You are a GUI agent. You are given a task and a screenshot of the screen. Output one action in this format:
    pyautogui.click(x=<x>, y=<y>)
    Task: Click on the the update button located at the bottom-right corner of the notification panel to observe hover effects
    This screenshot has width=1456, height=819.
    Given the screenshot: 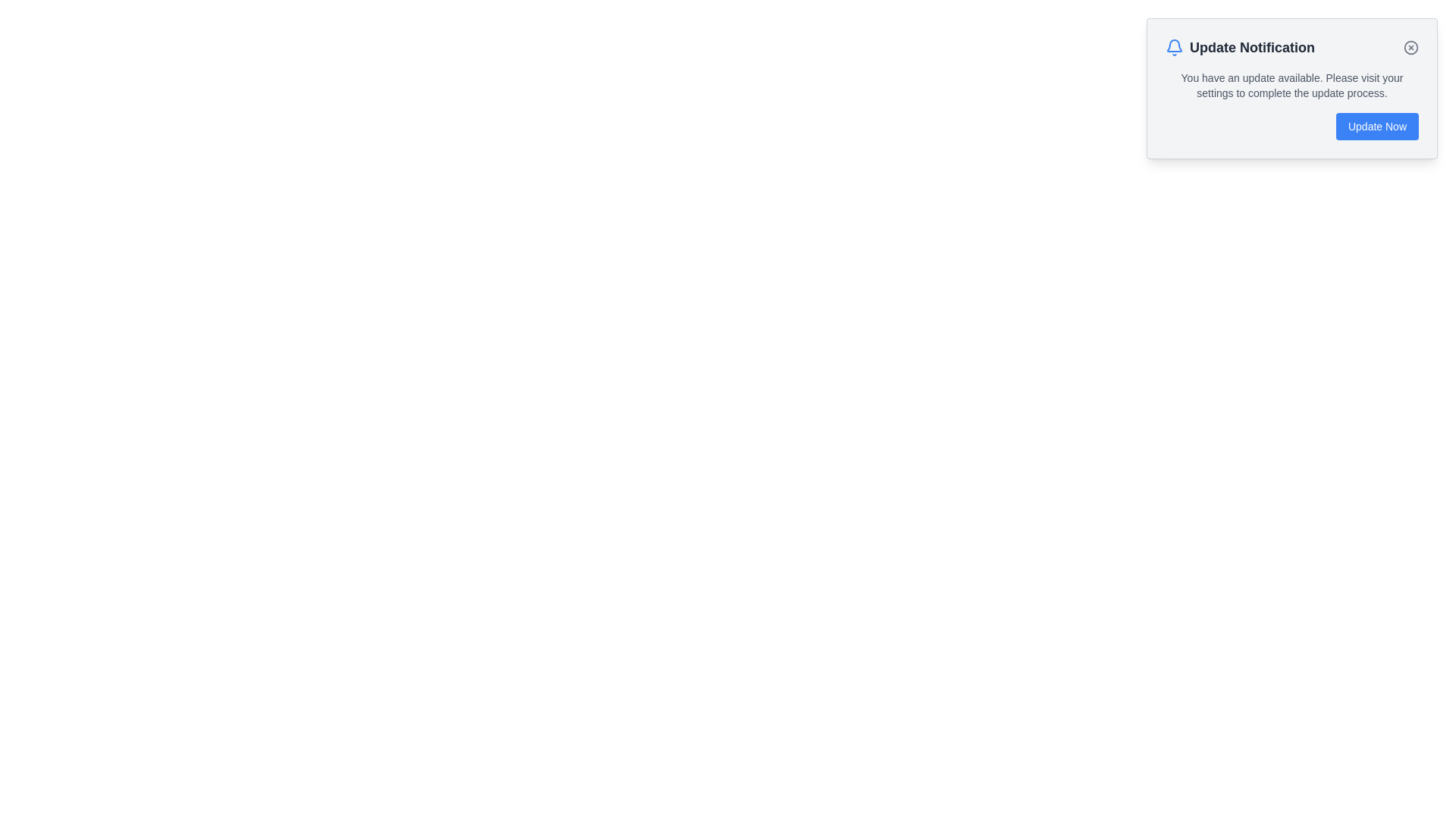 What is the action you would take?
    pyautogui.click(x=1377, y=125)
    